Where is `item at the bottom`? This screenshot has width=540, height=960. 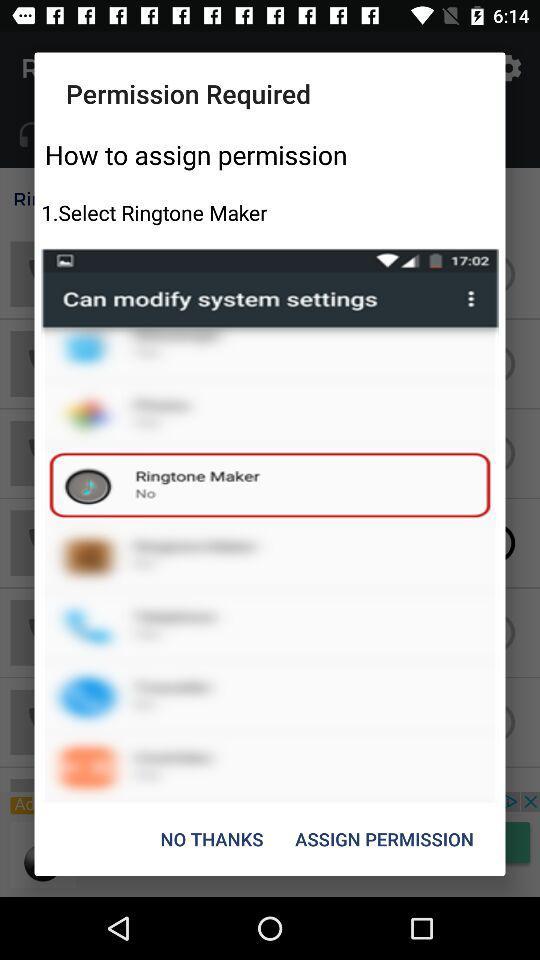
item at the bottom is located at coordinates (211, 839).